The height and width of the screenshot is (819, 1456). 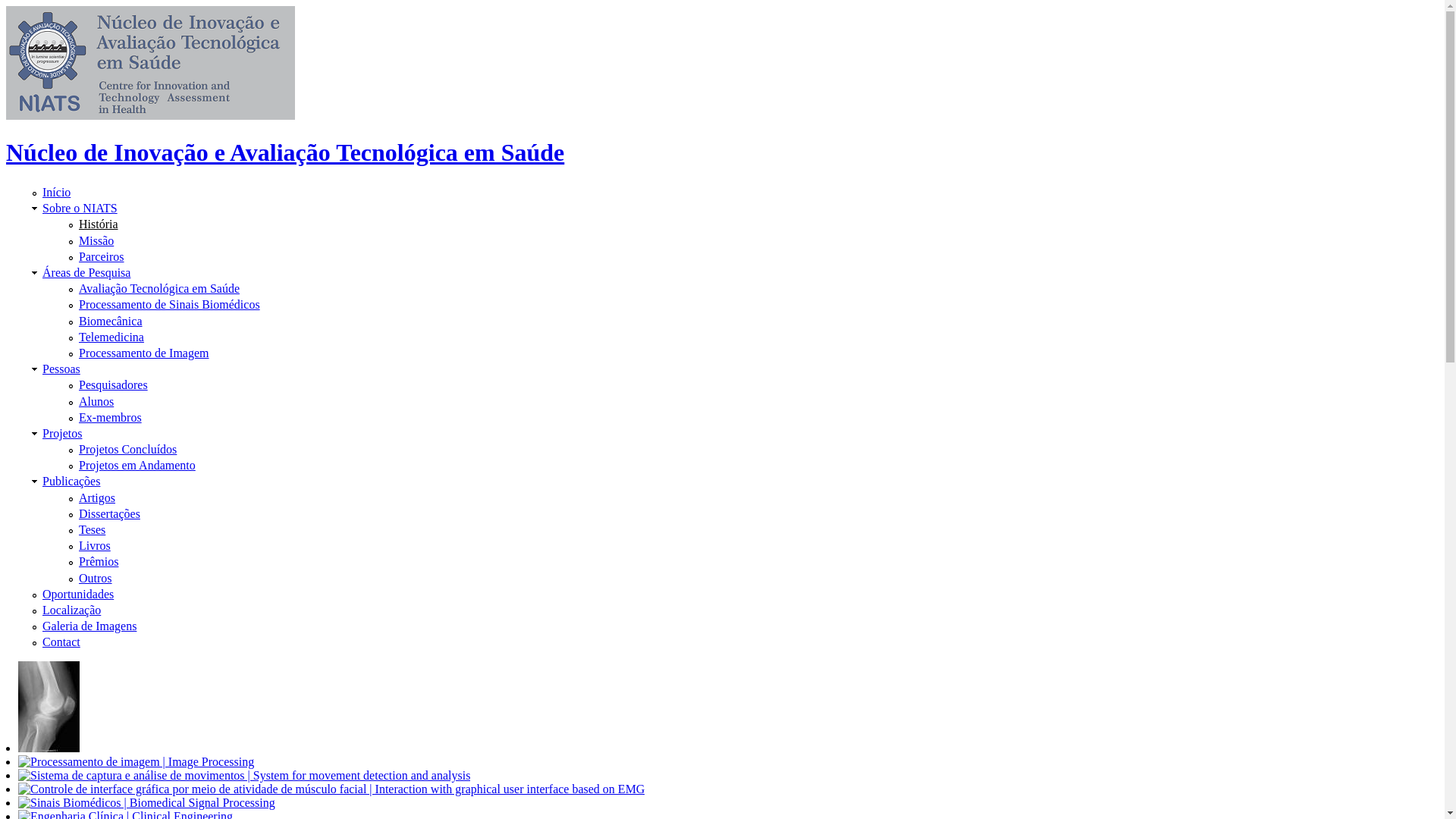 What do you see at coordinates (96, 497) in the screenshot?
I see `'Artigos'` at bounding box center [96, 497].